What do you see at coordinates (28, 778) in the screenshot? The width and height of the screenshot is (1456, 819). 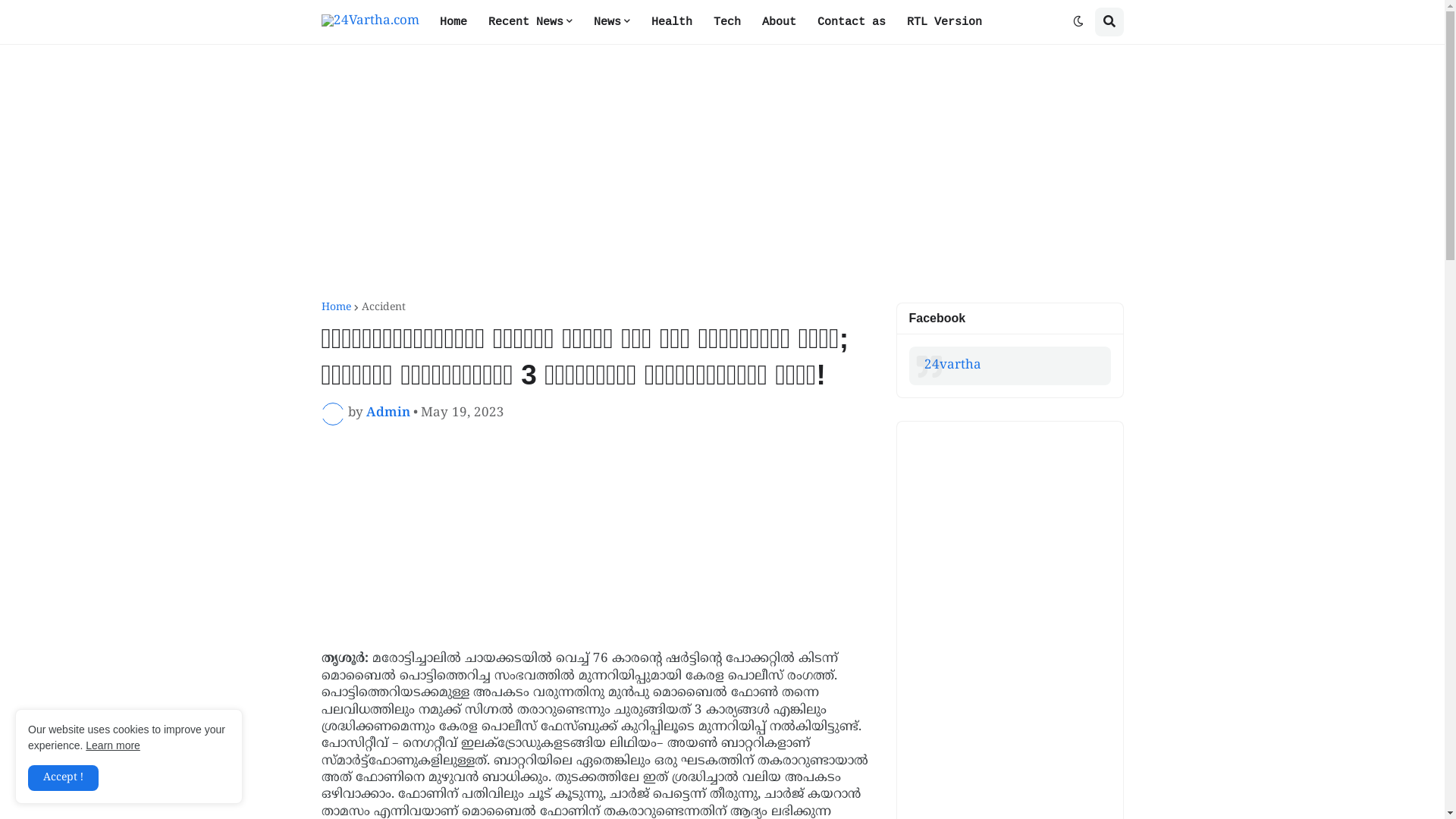 I see `'Accept !'` at bounding box center [28, 778].